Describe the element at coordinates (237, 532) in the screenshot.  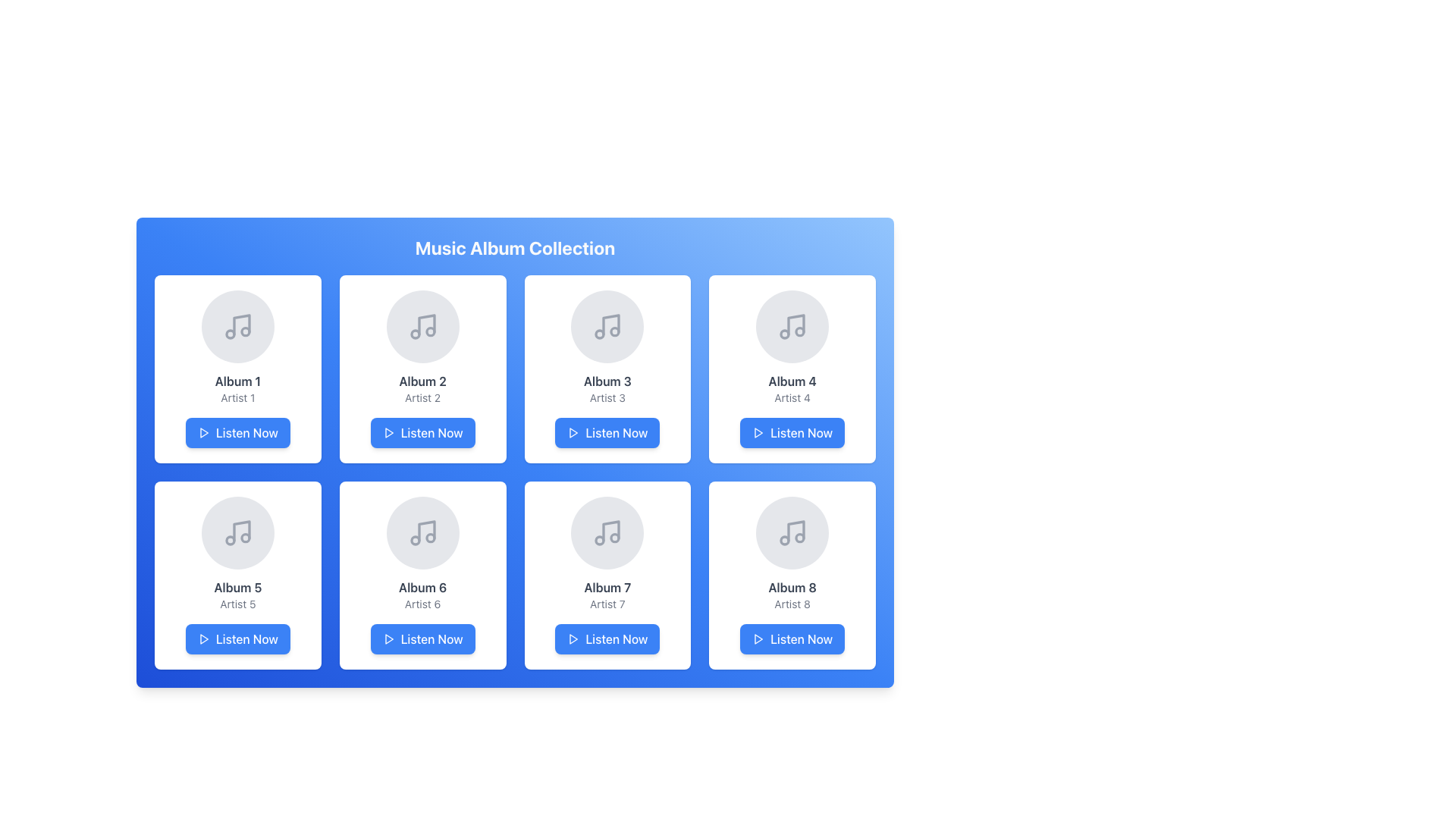
I see `the music note icon, which is the fifth item in a two-row grid layout of music album cards, specifically located in the card labeled 'Album 5' by 'Artist 5', centered within a rounded square card with a white backdrop` at that location.